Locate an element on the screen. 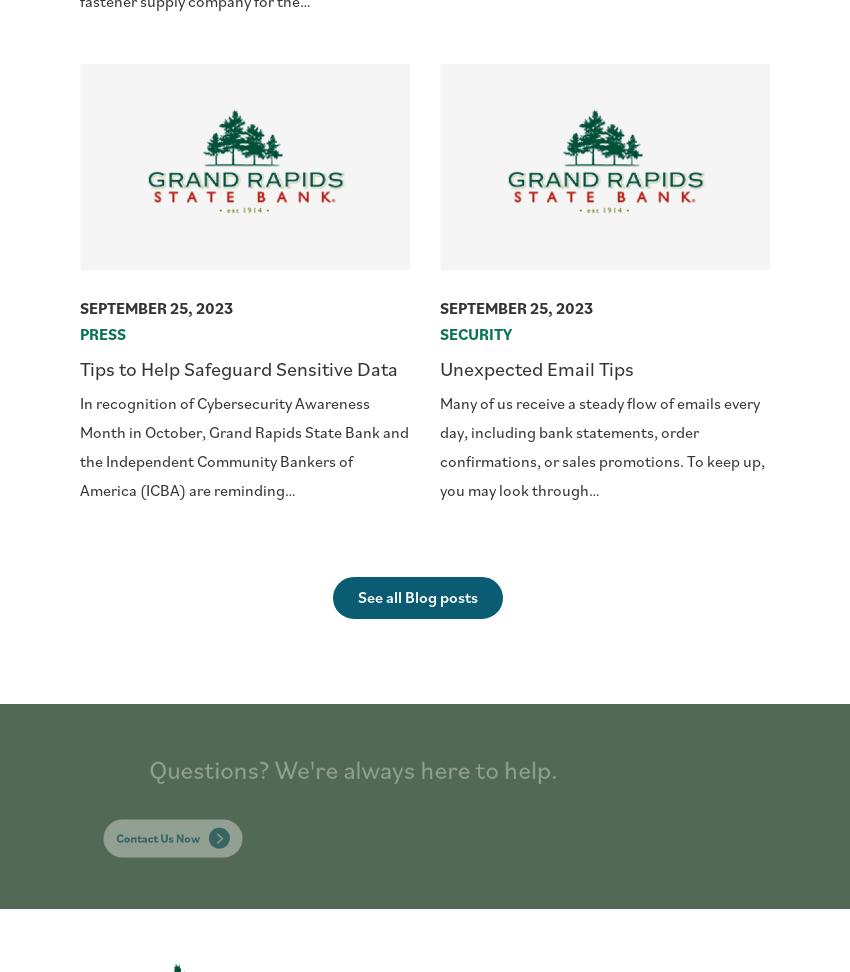 The image size is (850, 972). 'Press' is located at coordinates (102, 332).